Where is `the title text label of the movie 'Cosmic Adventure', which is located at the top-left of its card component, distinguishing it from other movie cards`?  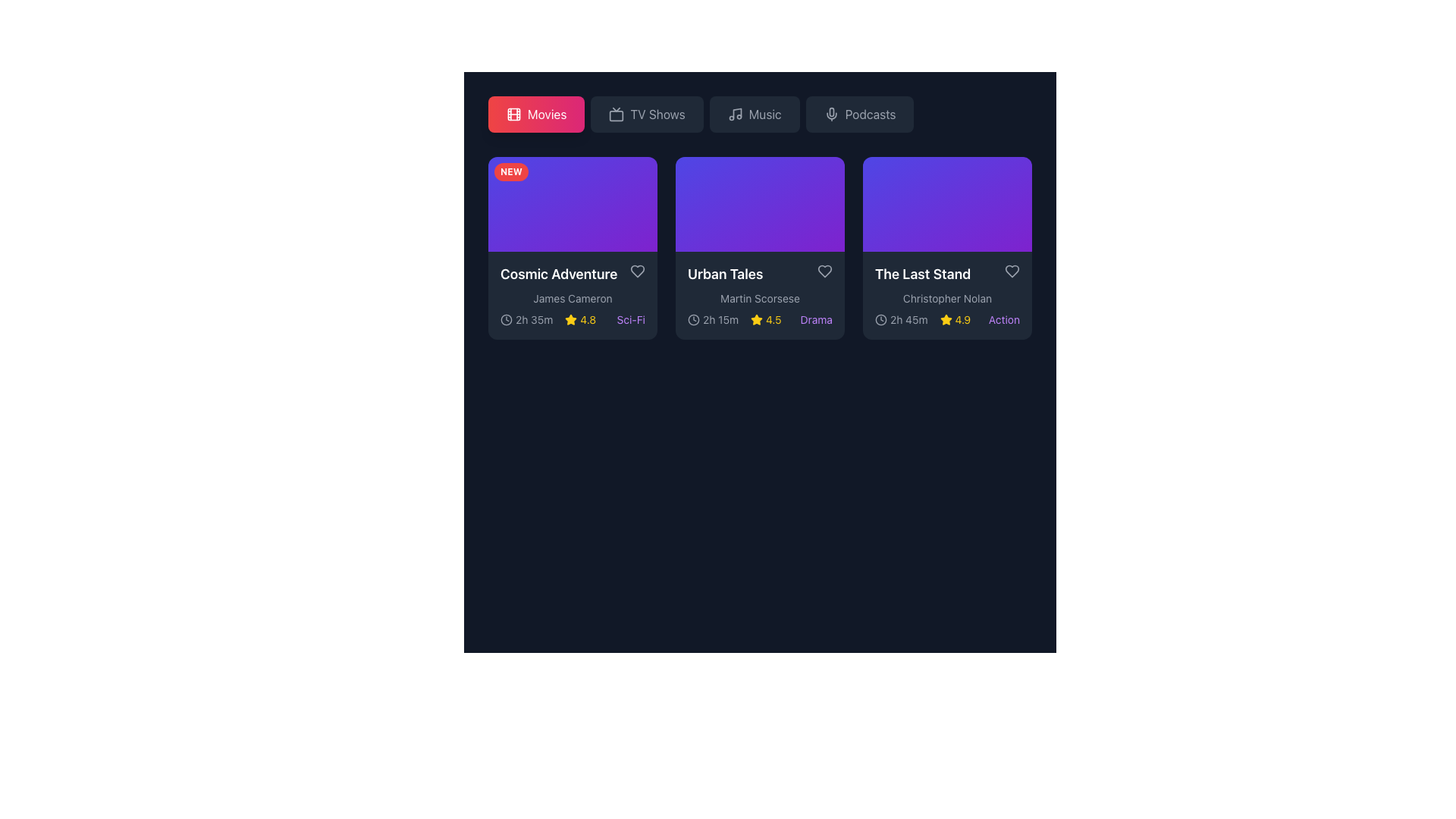
the title text label of the movie 'Cosmic Adventure', which is located at the top-left of its card component, distinguishing it from other movie cards is located at coordinates (558, 275).